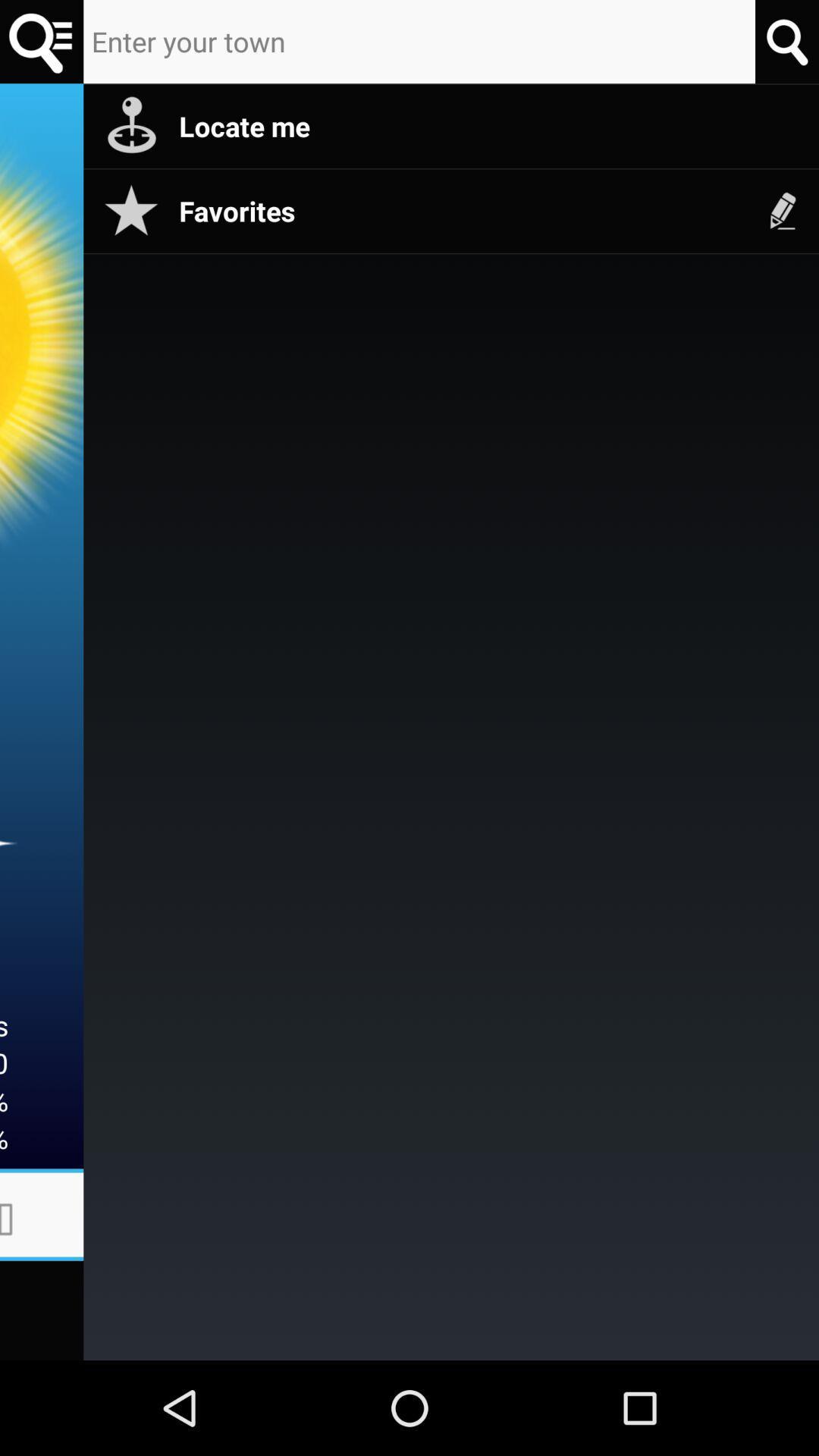 The height and width of the screenshot is (1456, 819). What do you see at coordinates (41, 44) in the screenshot?
I see `the search icon` at bounding box center [41, 44].